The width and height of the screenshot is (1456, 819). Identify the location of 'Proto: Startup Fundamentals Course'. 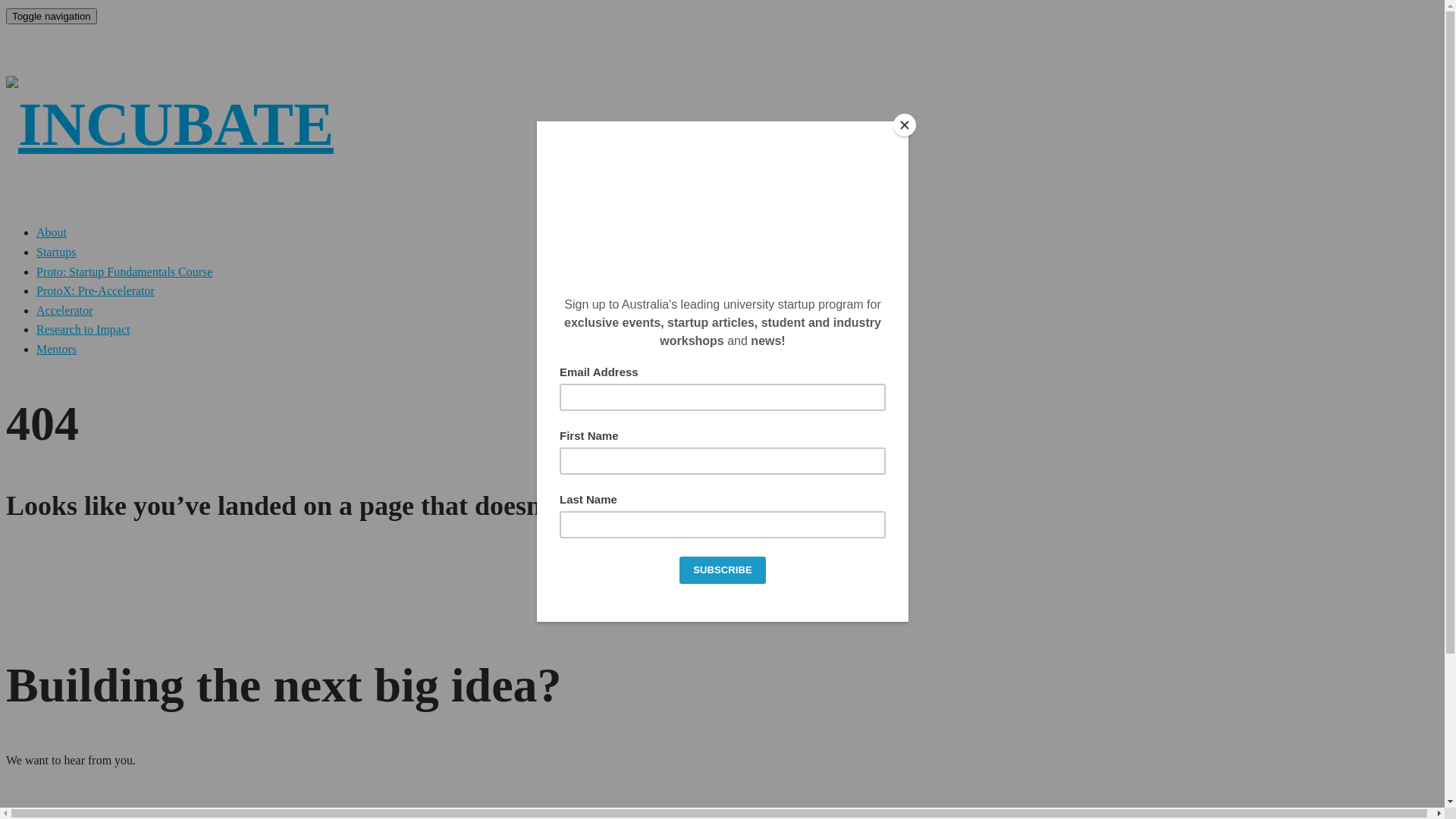
(124, 271).